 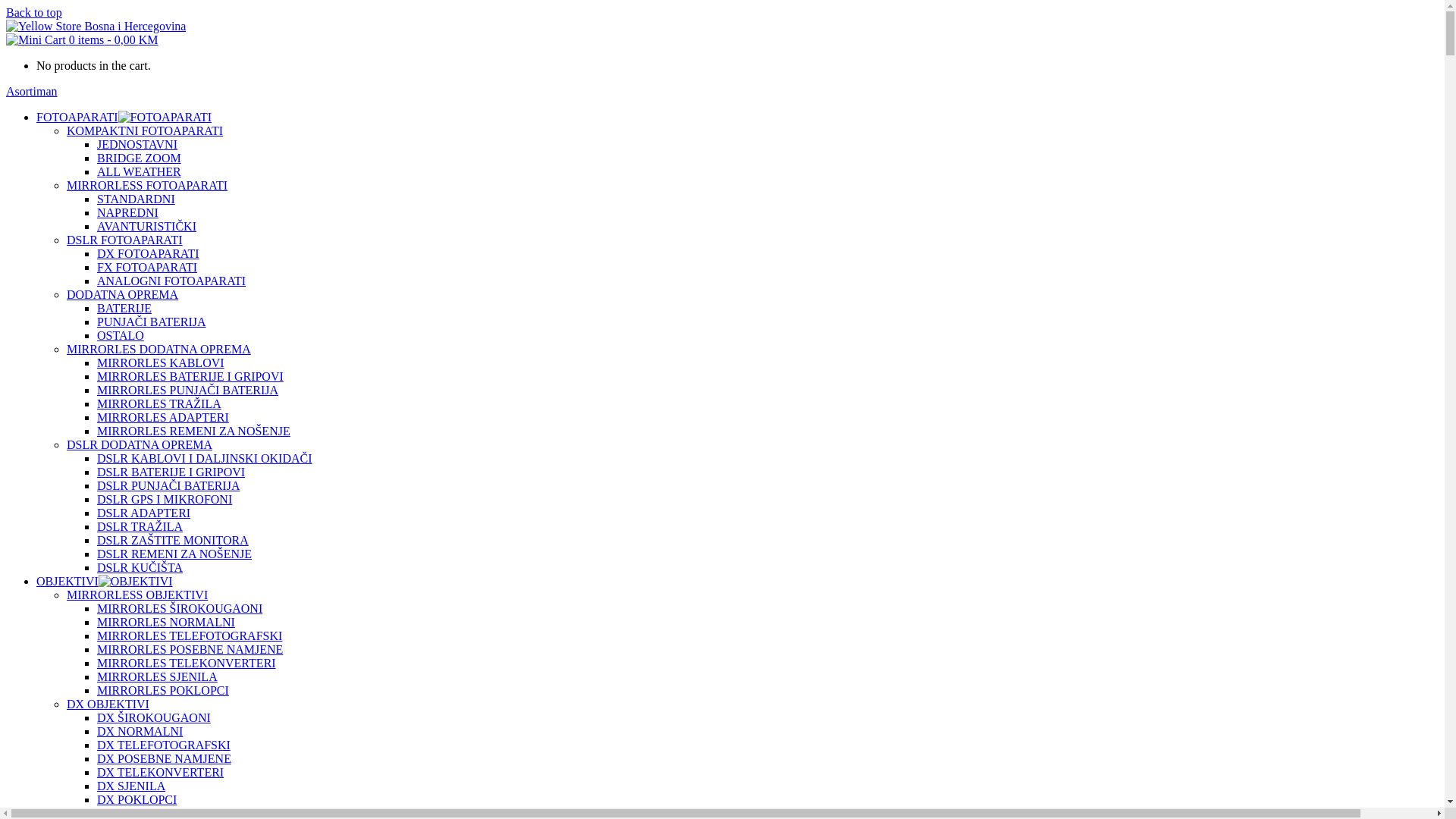 What do you see at coordinates (185, 662) in the screenshot?
I see `'MIRRORLES TELEKONVERTERI'` at bounding box center [185, 662].